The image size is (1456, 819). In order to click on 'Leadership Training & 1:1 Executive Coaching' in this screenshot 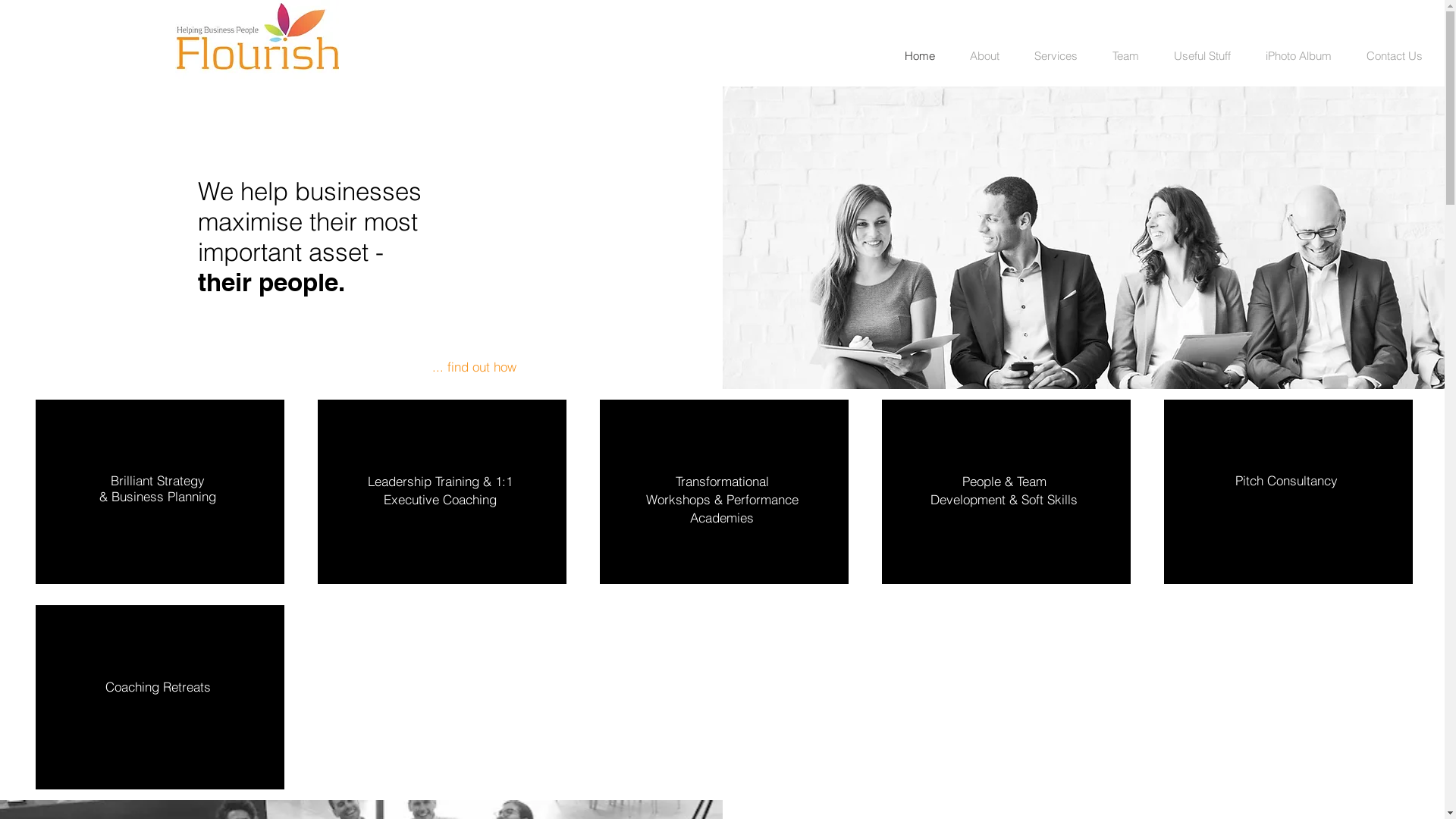, I will do `click(438, 490)`.